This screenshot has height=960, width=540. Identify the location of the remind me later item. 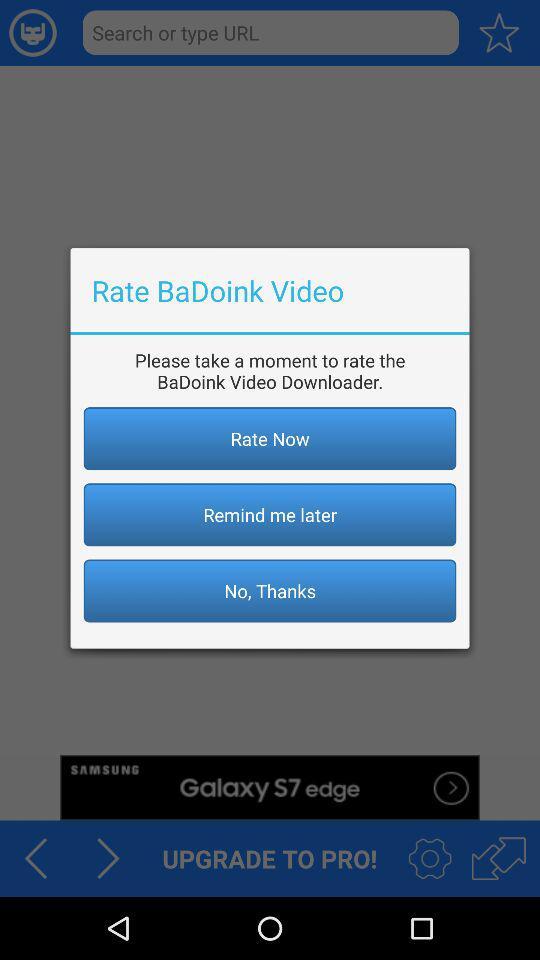
(270, 513).